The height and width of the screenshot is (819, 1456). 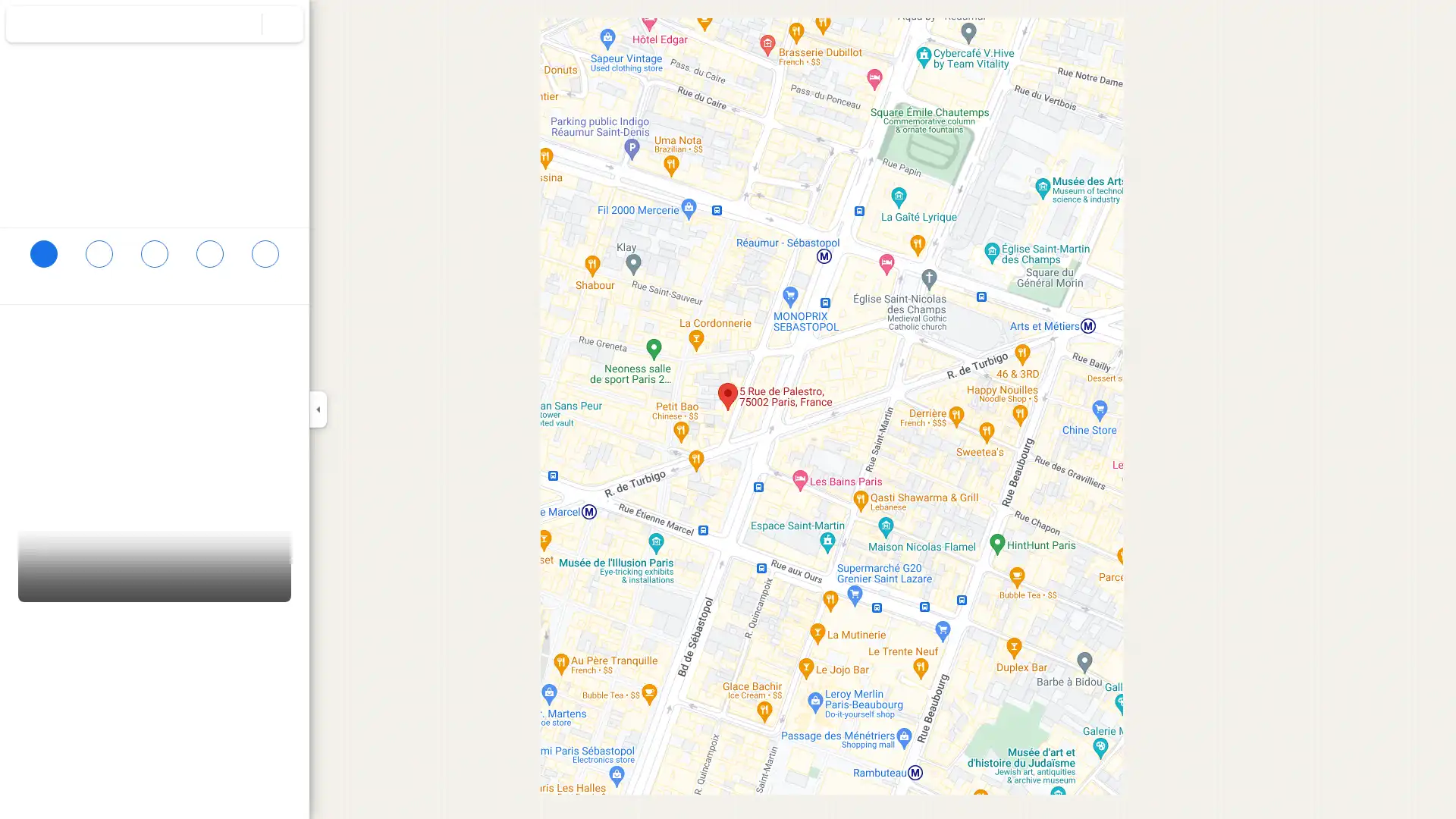 What do you see at coordinates (43, 259) in the screenshot?
I see `Directions to 5 Rue de Palestro` at bounding box center [43, 259].